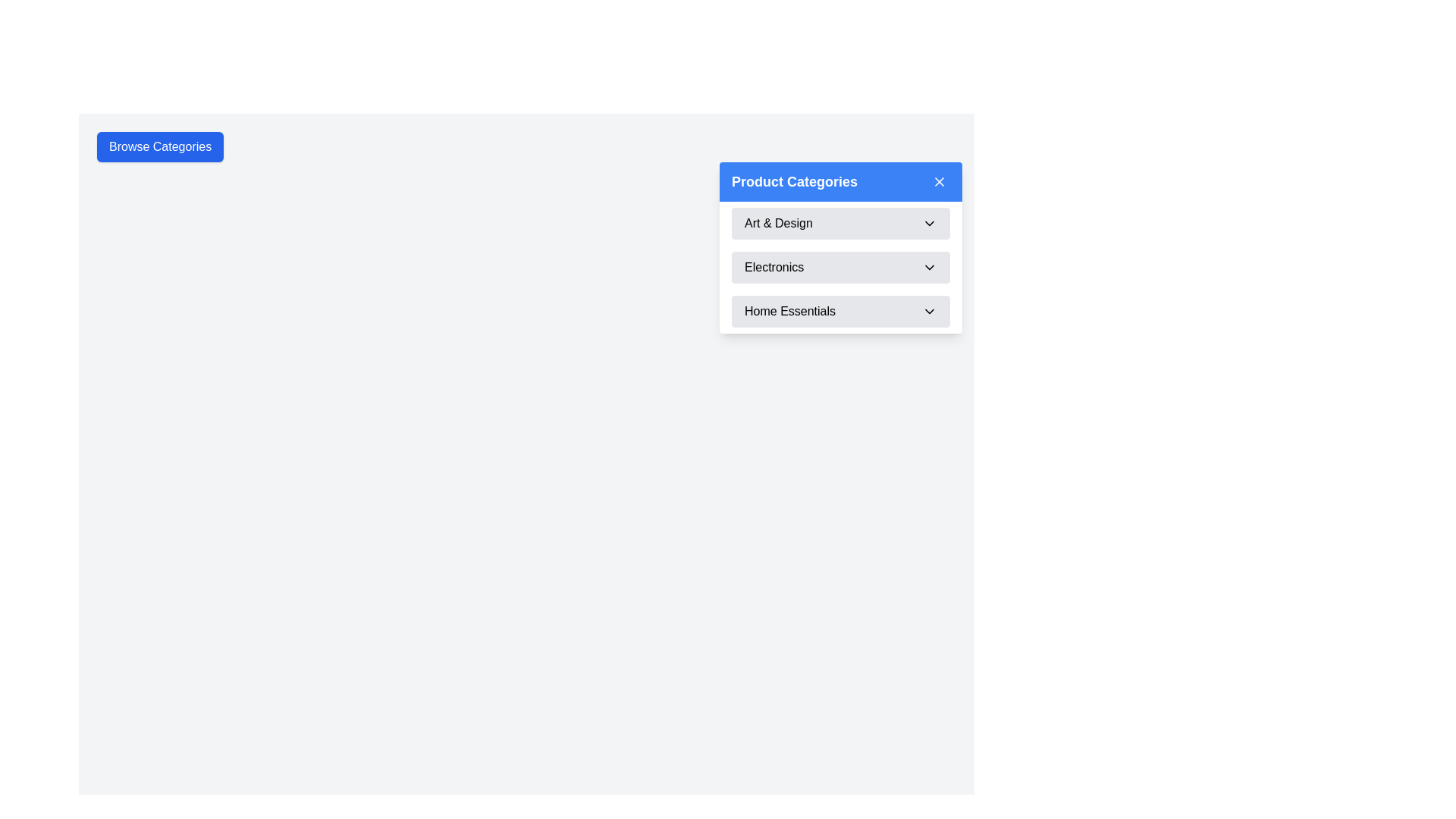  What do you see at coordinates (928, 267) in the screenshot?
I see `the chevron icon located at the right end of the 'Electronics' label` at bounding box center [928, 267].